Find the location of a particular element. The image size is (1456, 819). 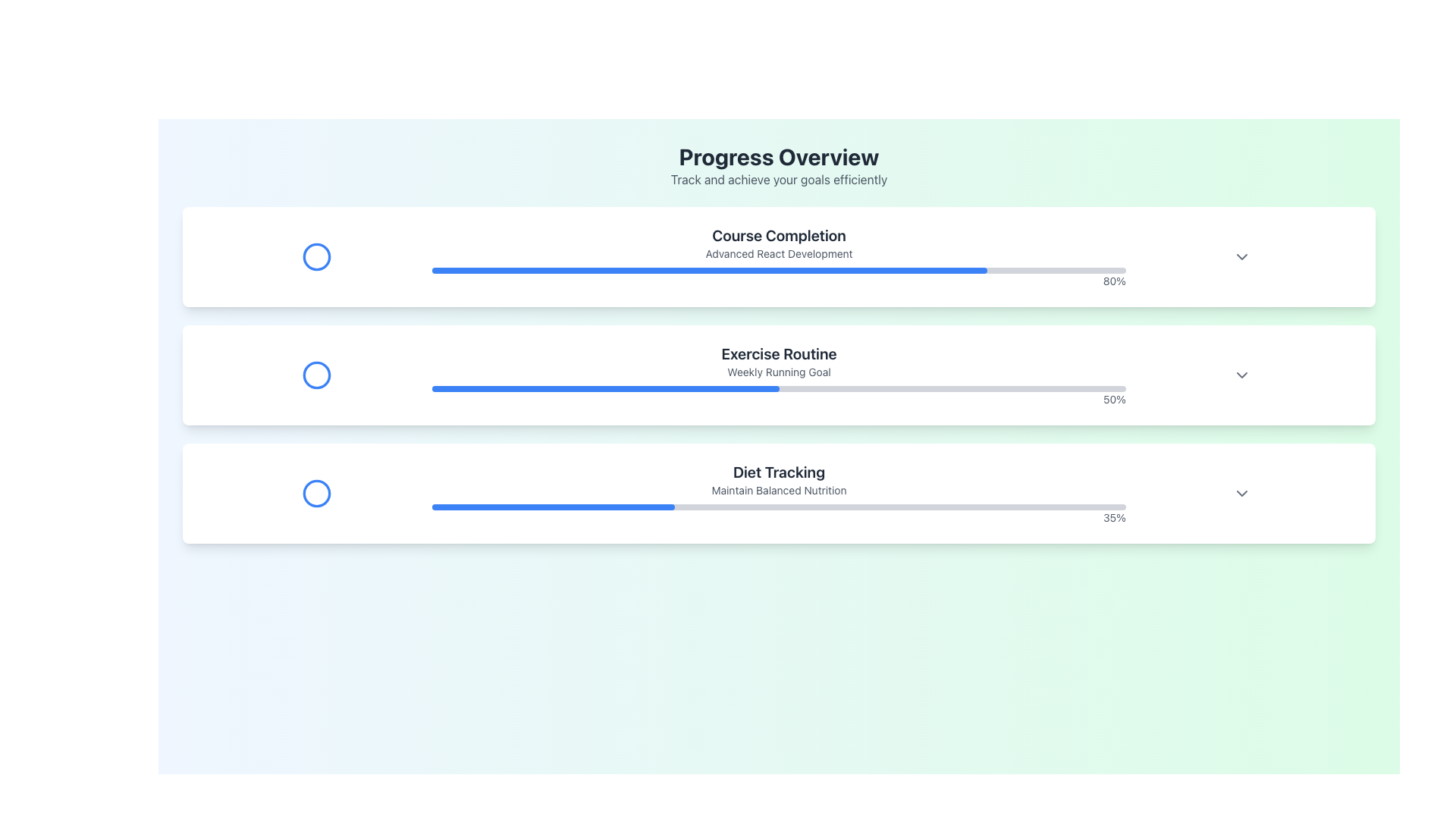

the prominent heading text label located at the top-center of the interface, which indicates the user's progress overview is located at coordinates (779, 157).